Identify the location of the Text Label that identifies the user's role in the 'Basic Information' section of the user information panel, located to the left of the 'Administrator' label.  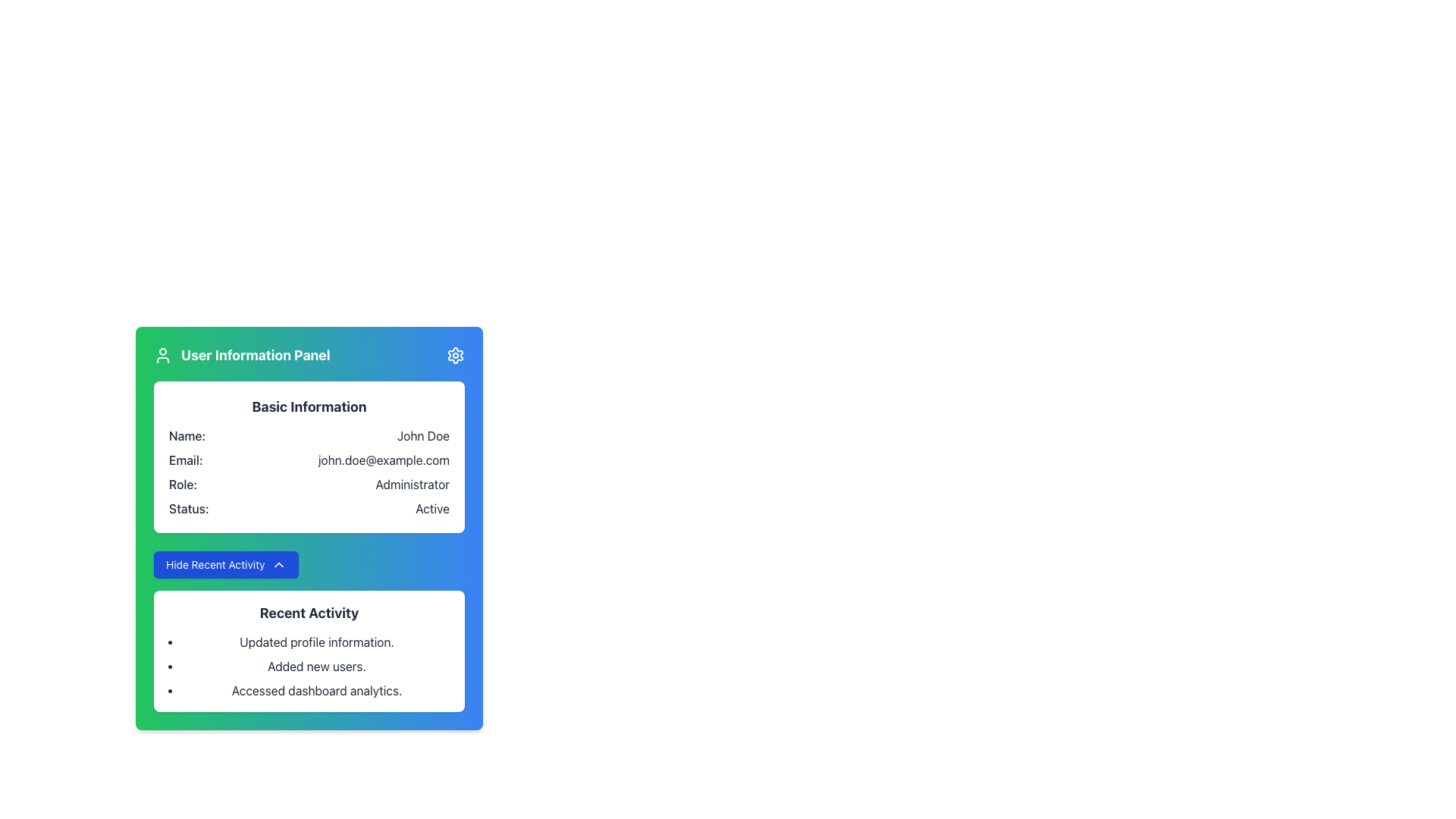
(182, 485).